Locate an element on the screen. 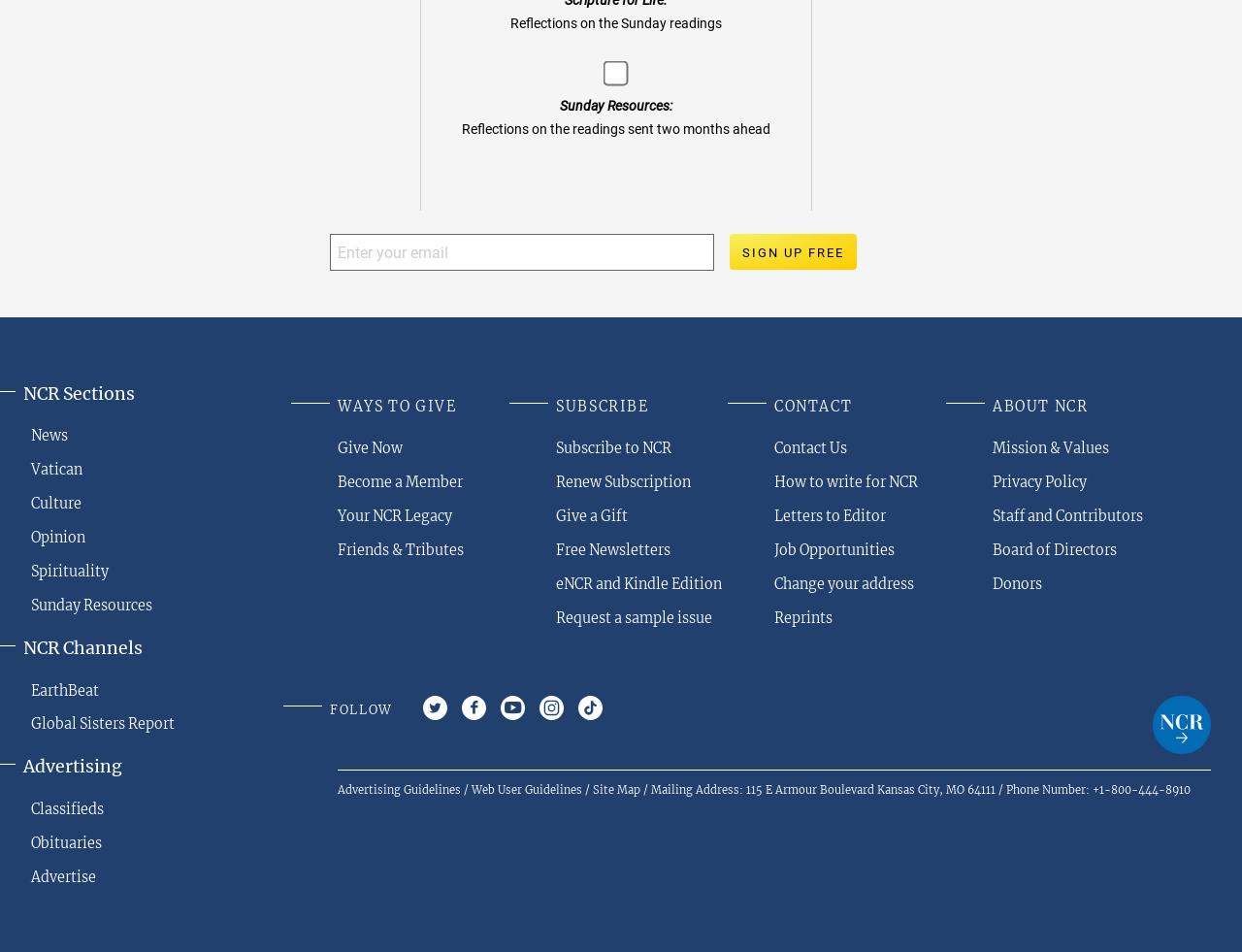 Image resolution: width=1242 pixels, height=952 pixels. 'News' is located at coordinates (49, 435).